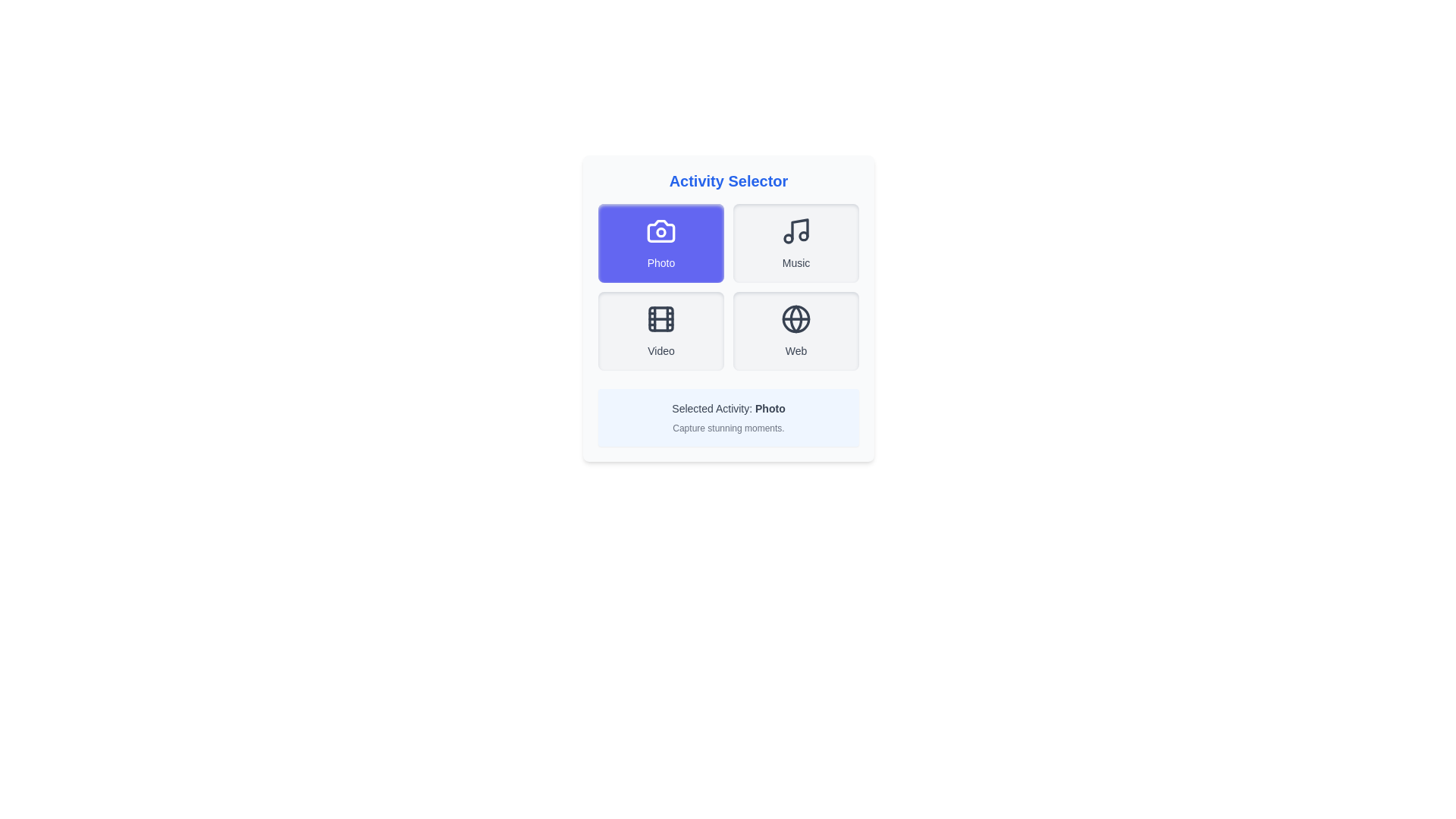 The width and height of the screenshot is (1456, 819). I want to click on the static text label indicating the currently selected activity as 'Photo', which is positioned centrally at the bottom of the 'Activity Selector' box, following 'Selected Activity:', so click(770, 408).